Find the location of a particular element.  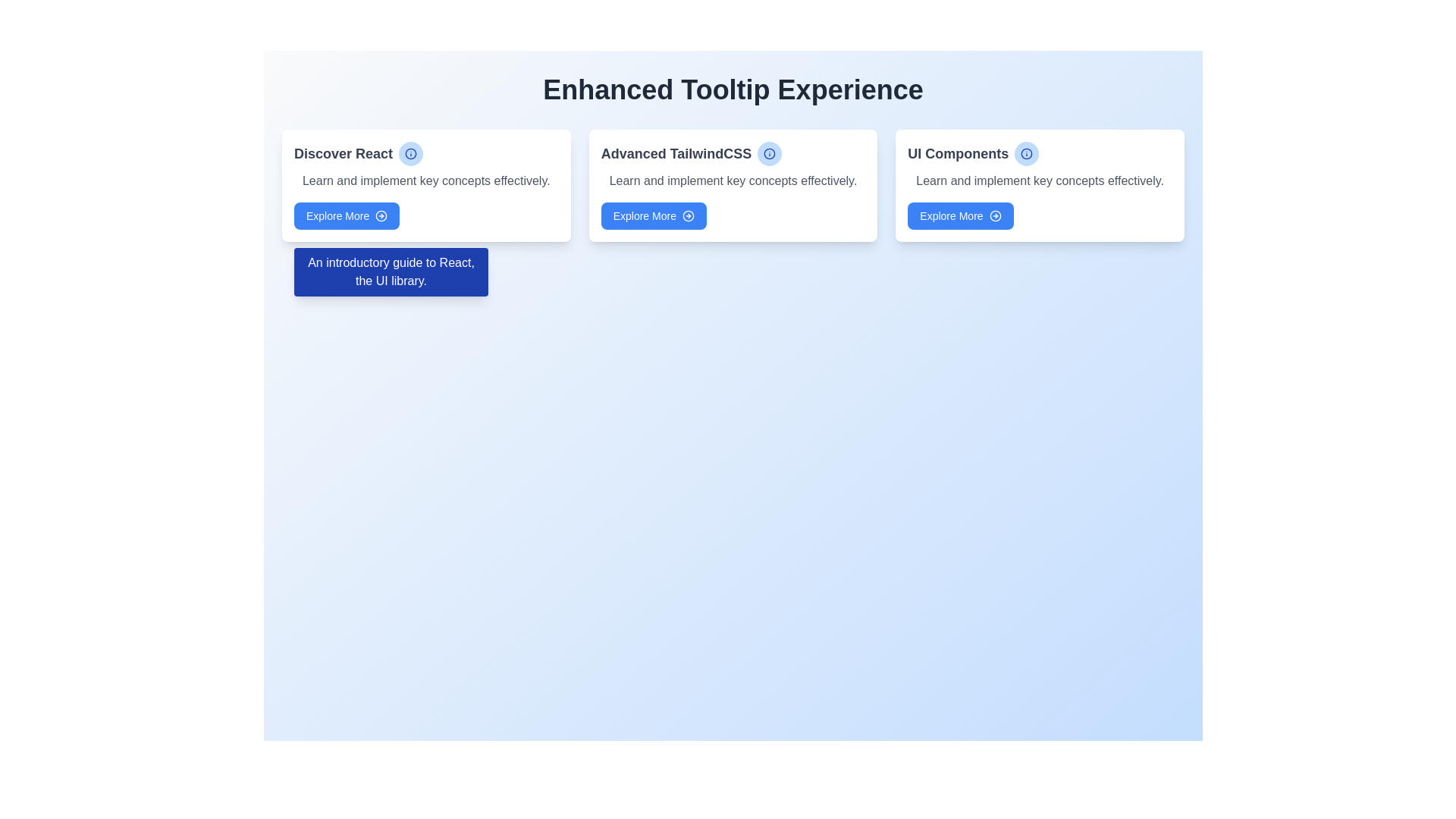

the SVG Circle Element that is part of the arrow icon in the 'Explore More' button under the 'Advanced TailwindCSS' section is located at coordinates (687, 216).